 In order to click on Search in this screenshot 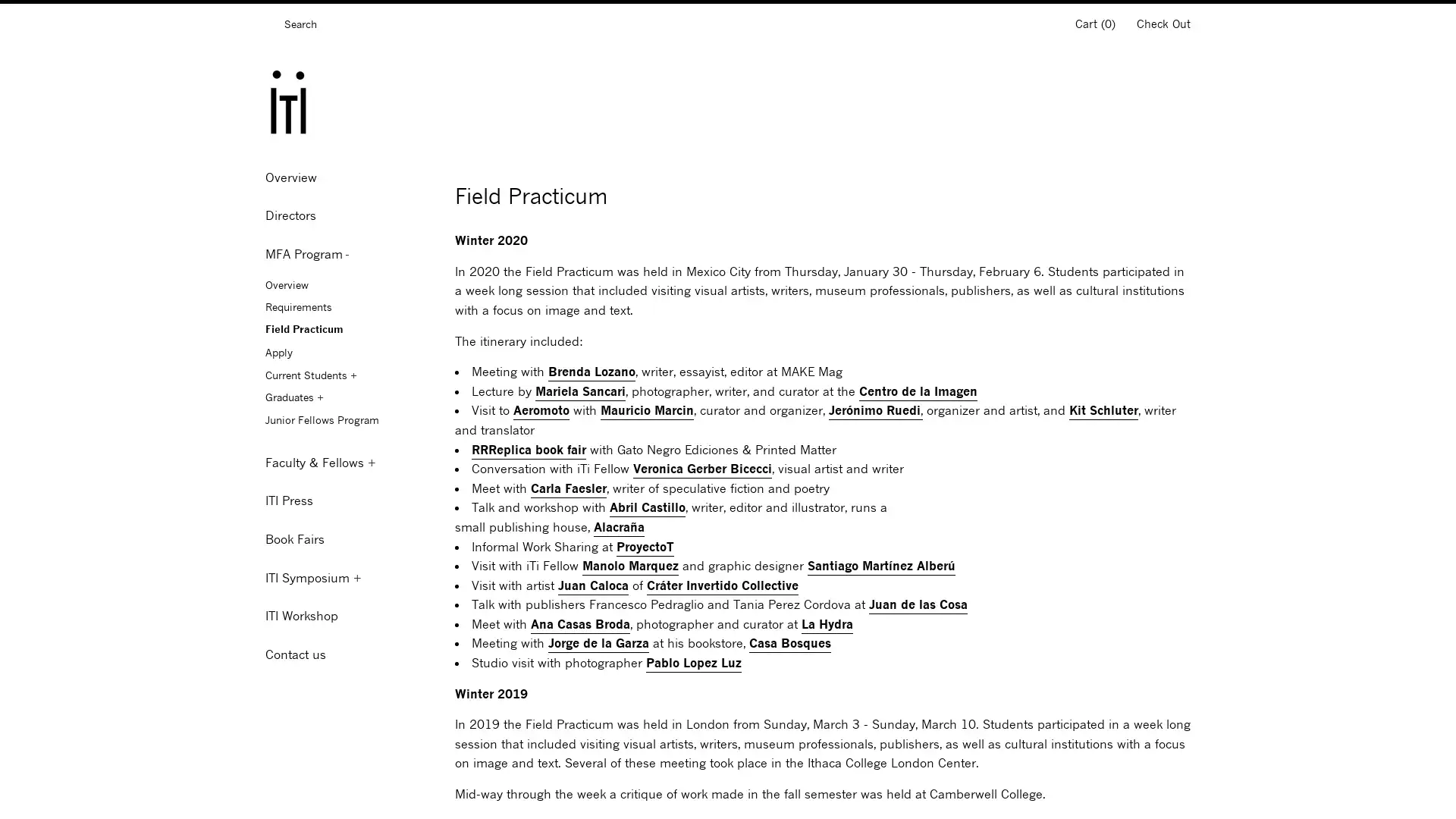, I will do `click(269, 27)`.